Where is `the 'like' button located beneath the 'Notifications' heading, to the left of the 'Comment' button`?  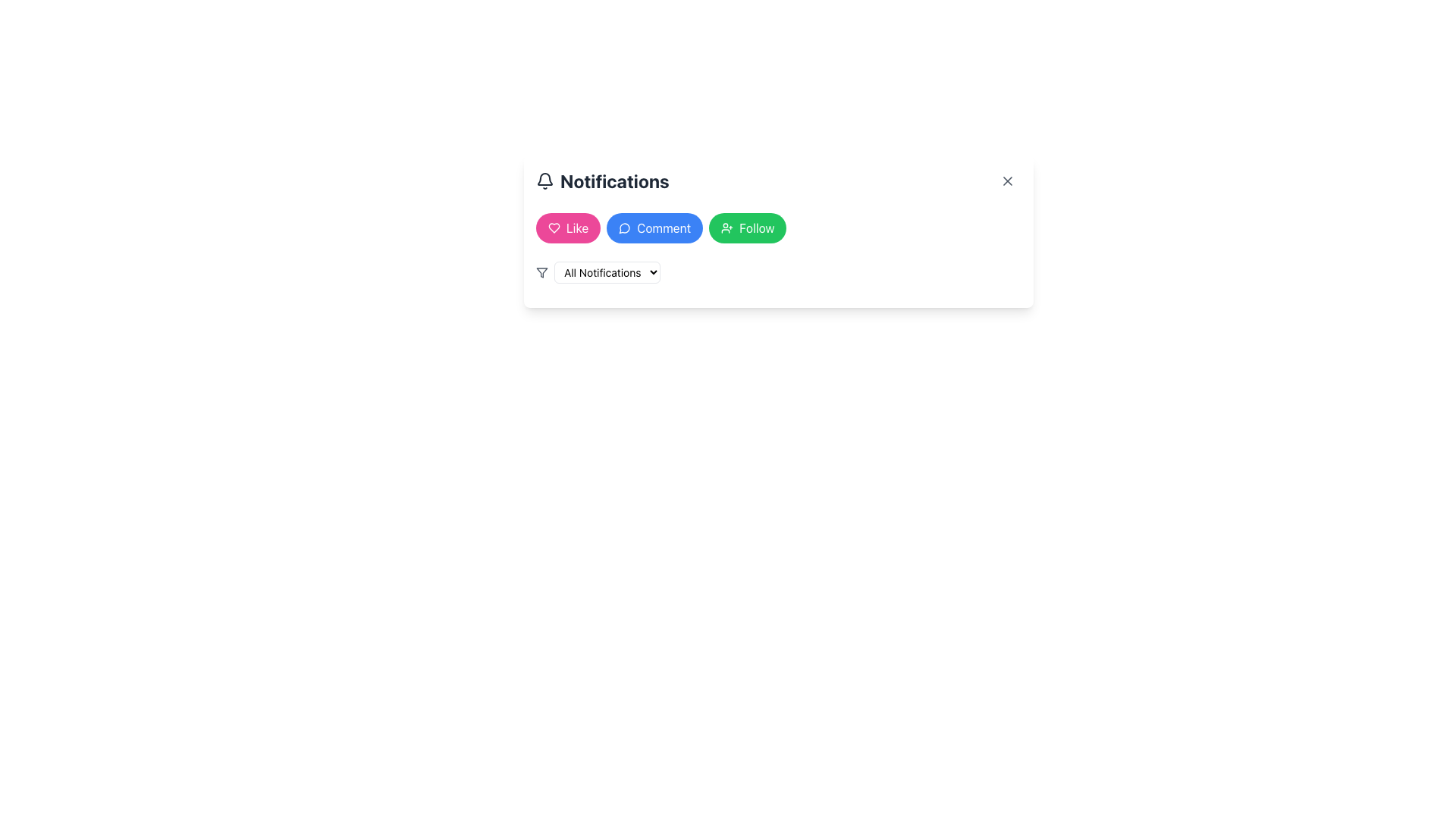
the 'like' button located beneath the 'Notifications' heading, to the left of the 'Comment' button is located at coordinates (567, 227).